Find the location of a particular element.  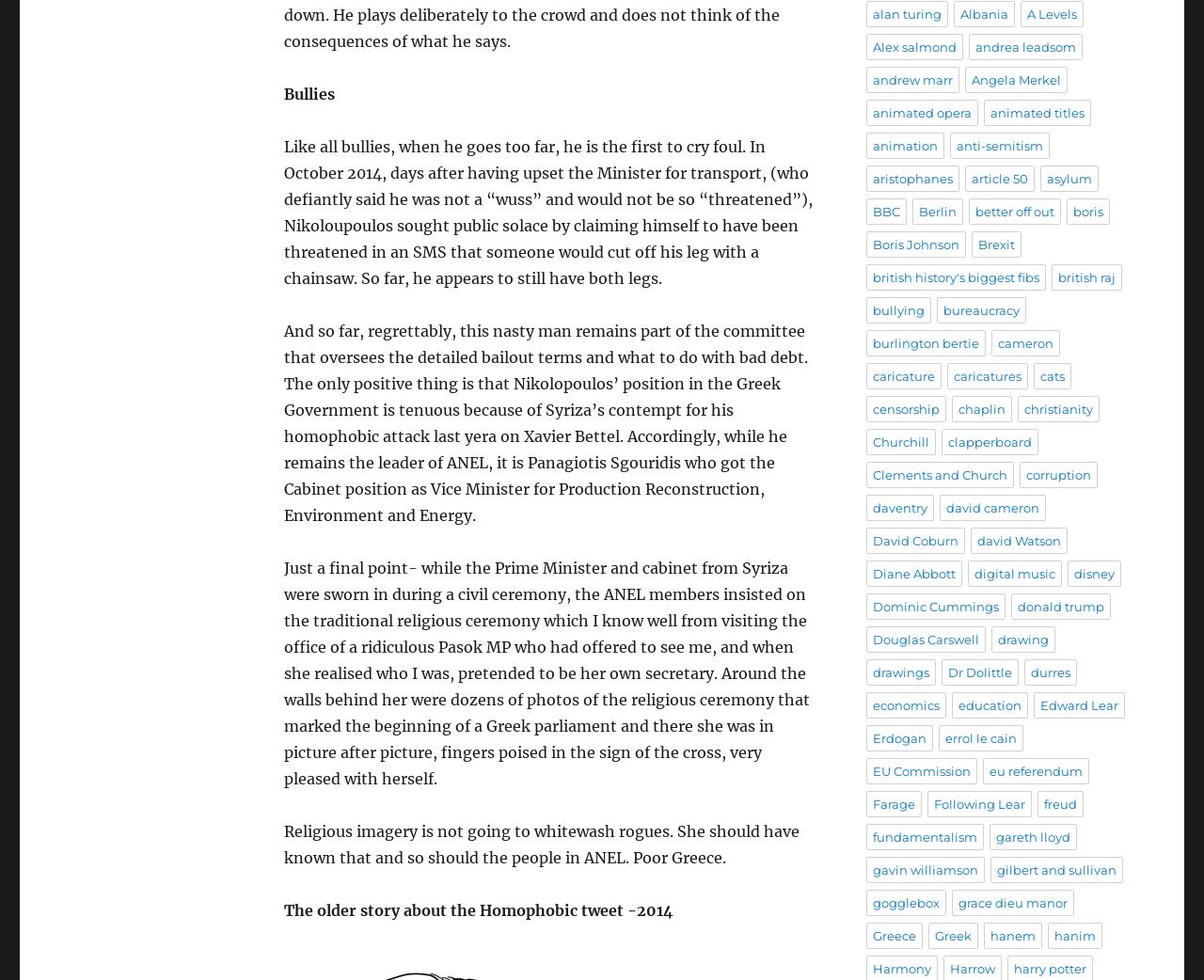

'eu referendum' is located at coordinates (1035, 770).